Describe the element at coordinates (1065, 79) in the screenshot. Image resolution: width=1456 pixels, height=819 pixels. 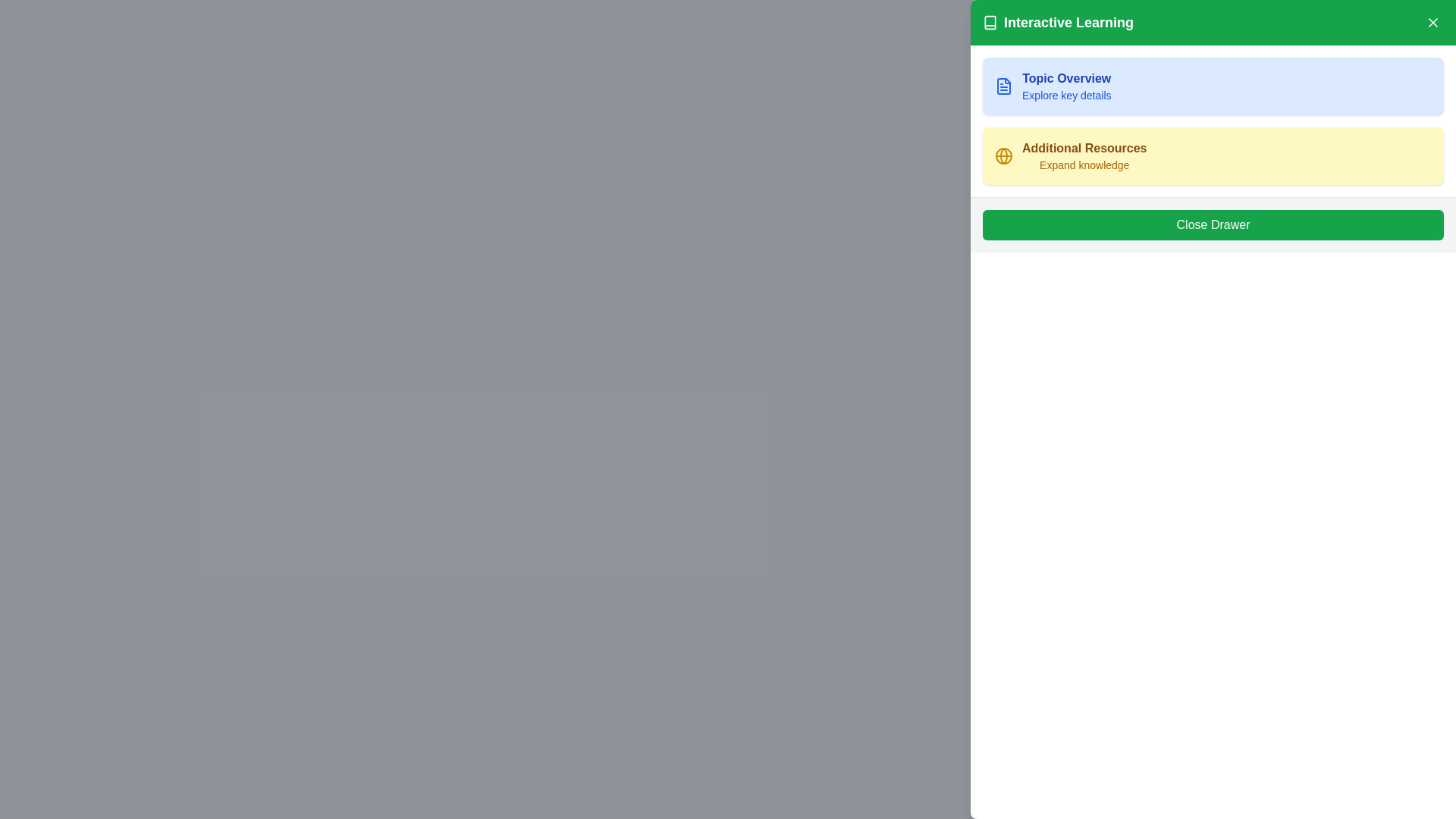
I see `the bold, blue-colored text label that reads 'Topic Overview', which is located at the top-left of the interactive drawer within a light blue section` at that location.